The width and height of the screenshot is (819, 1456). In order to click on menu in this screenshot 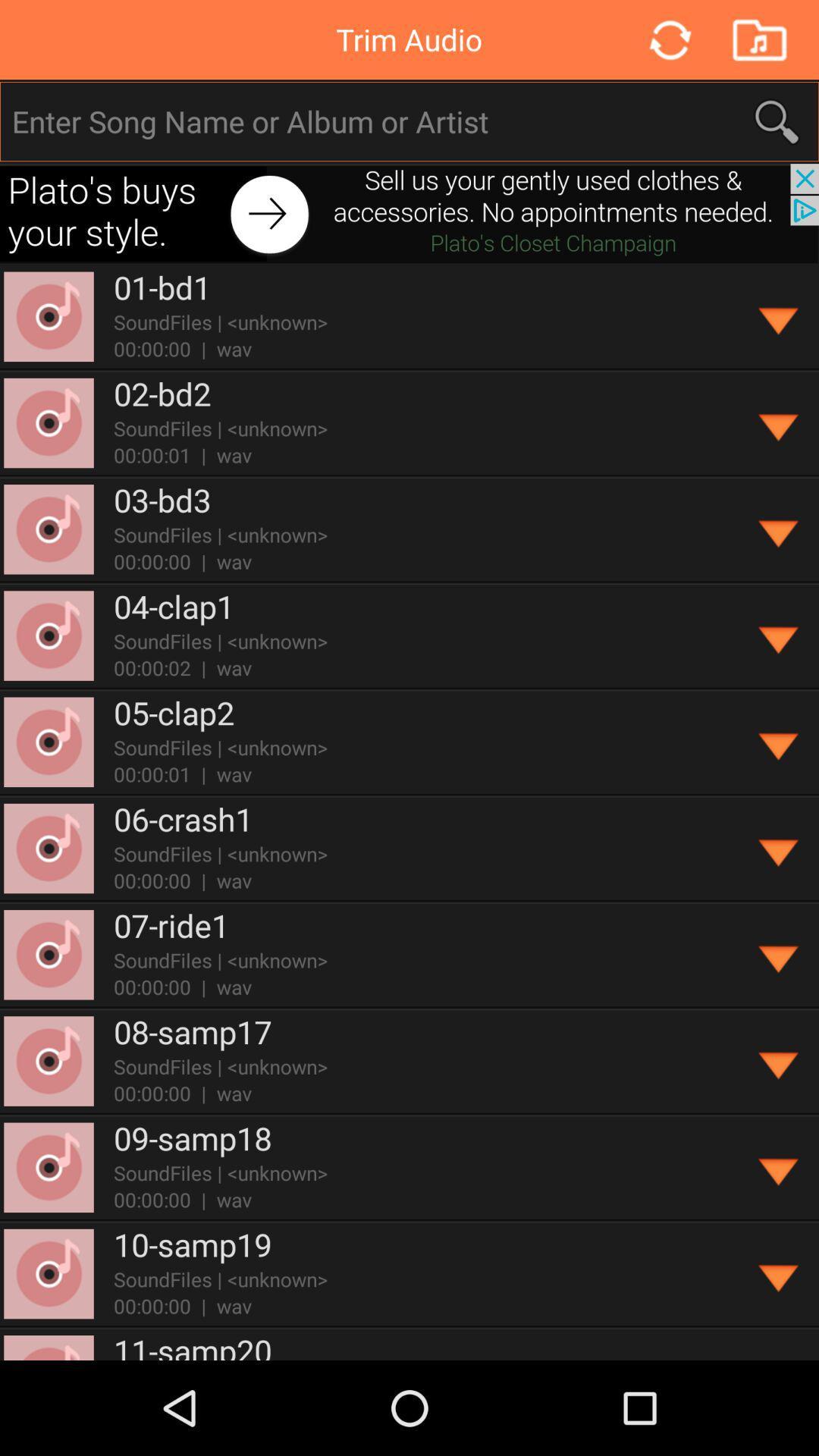, I will do `click(779, 529)`.